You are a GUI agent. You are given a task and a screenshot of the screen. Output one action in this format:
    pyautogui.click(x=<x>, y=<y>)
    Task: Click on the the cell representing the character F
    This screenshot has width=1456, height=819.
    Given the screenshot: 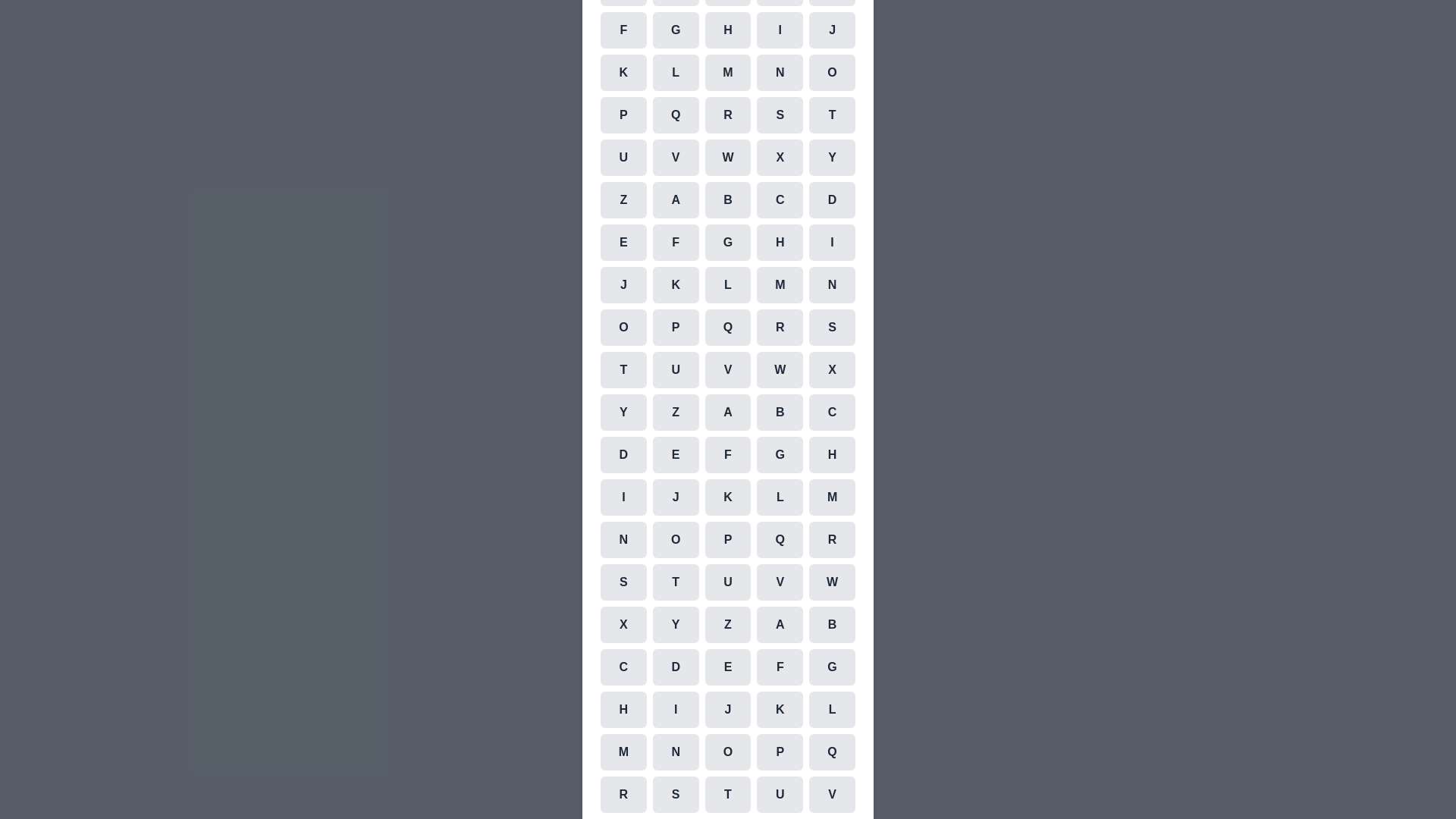 What is the action you would take?
    pyautogui.click(x=623, y=30)
    